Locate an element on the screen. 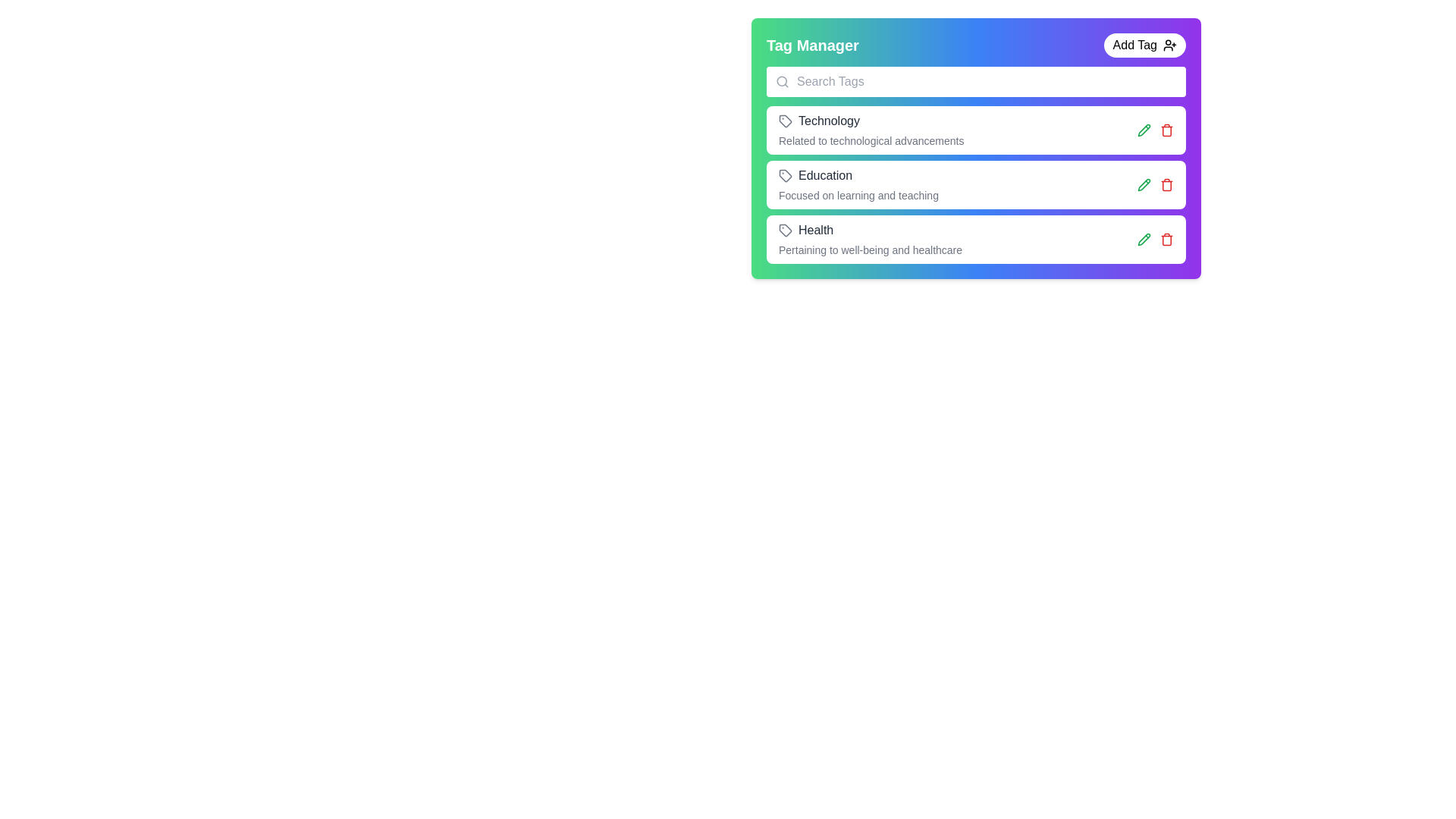 The width and height of the screenshot is (1456, 819). the delete button located at the right end of the item bar to change its color is located at coordinates (1166, 184).